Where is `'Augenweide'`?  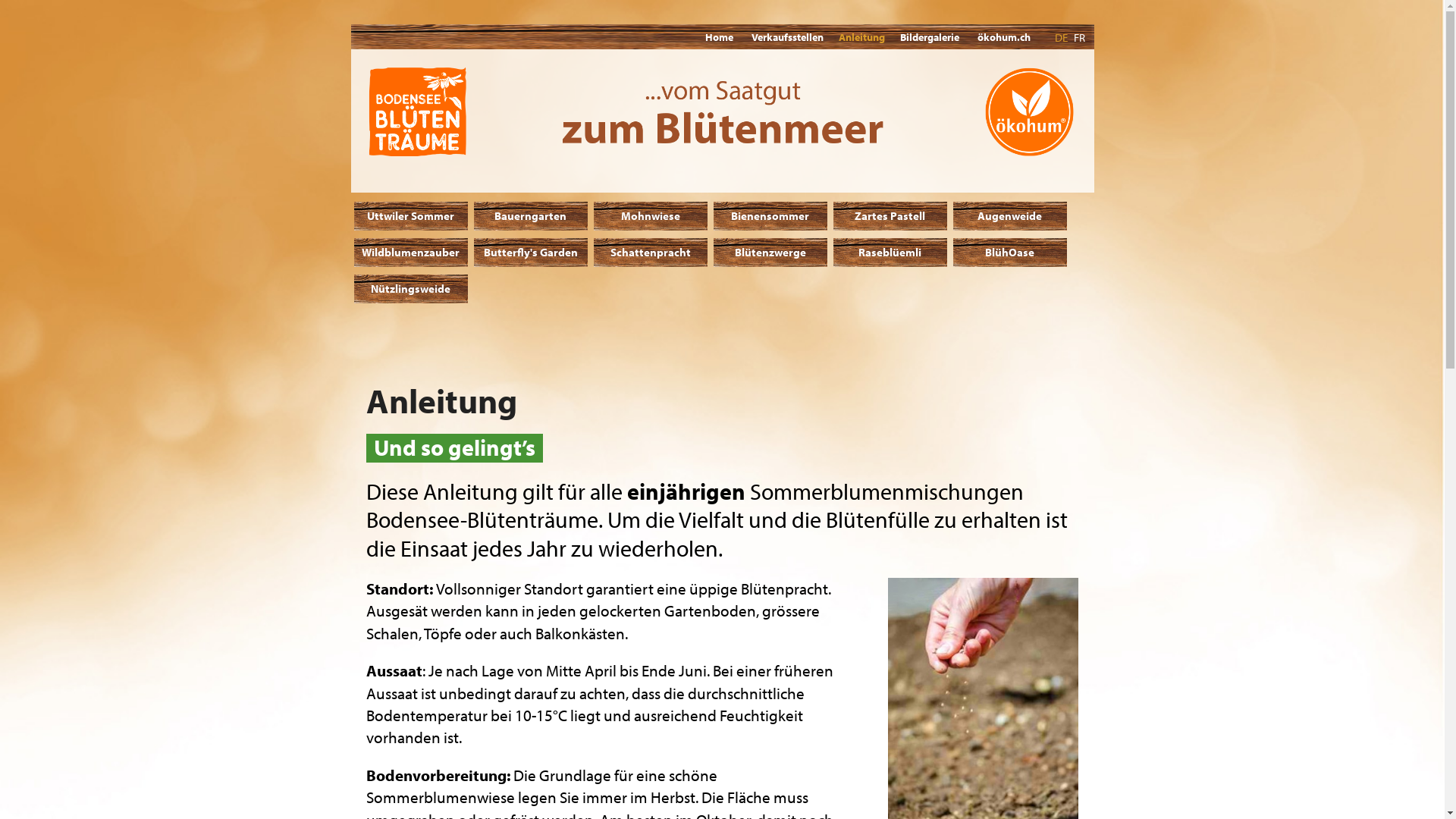
'Augenweide' is located at coordinates (952, 216).